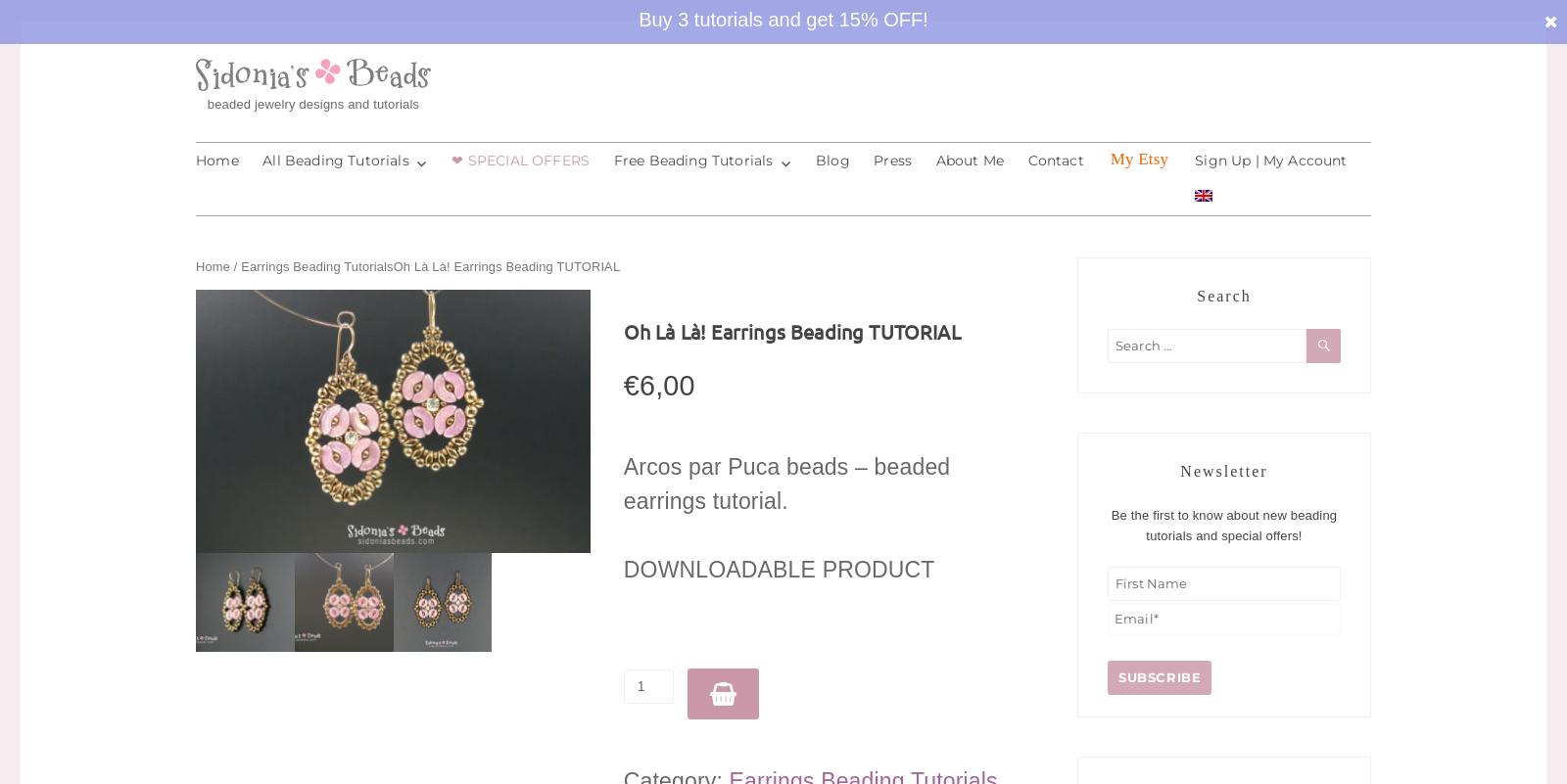 Image resolution: width=1567 pixels, height=784 pixels. Describe the element at coordinates (1222, 470) in the screenshot. I see `'Newsletter'` at that location.